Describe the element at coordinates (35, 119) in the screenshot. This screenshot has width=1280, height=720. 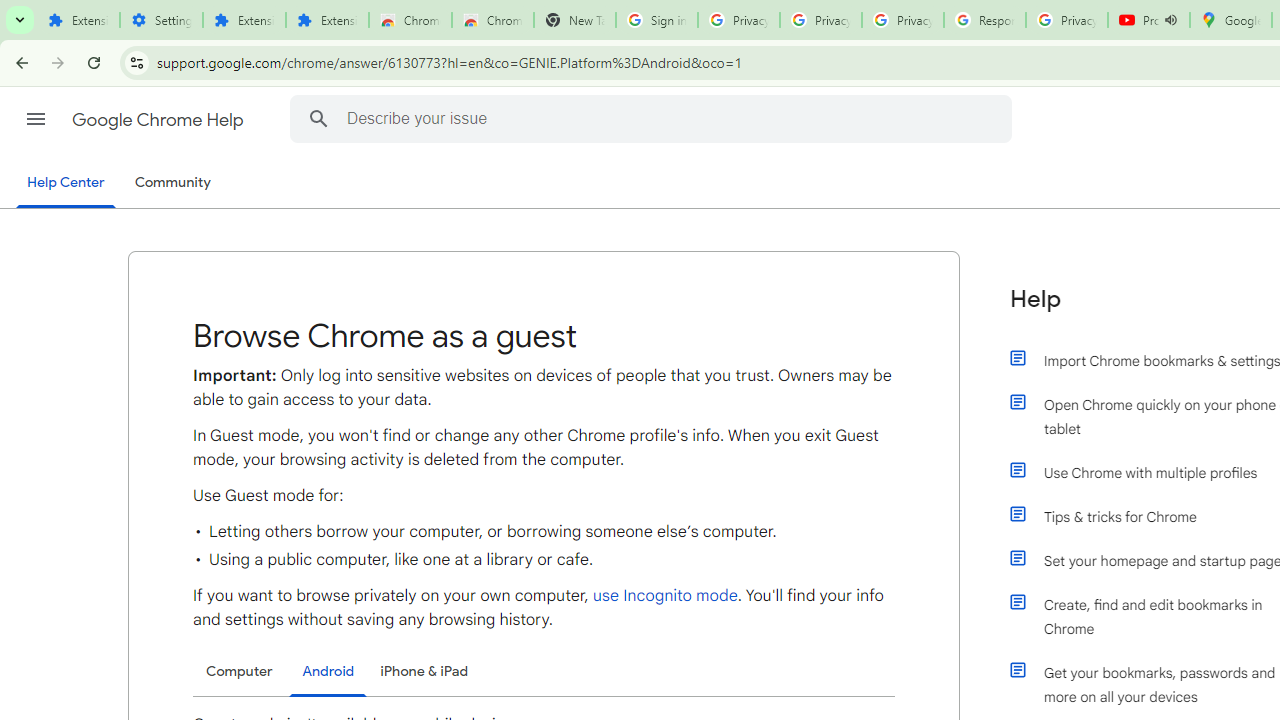
I see `'Main menu'` at that location.